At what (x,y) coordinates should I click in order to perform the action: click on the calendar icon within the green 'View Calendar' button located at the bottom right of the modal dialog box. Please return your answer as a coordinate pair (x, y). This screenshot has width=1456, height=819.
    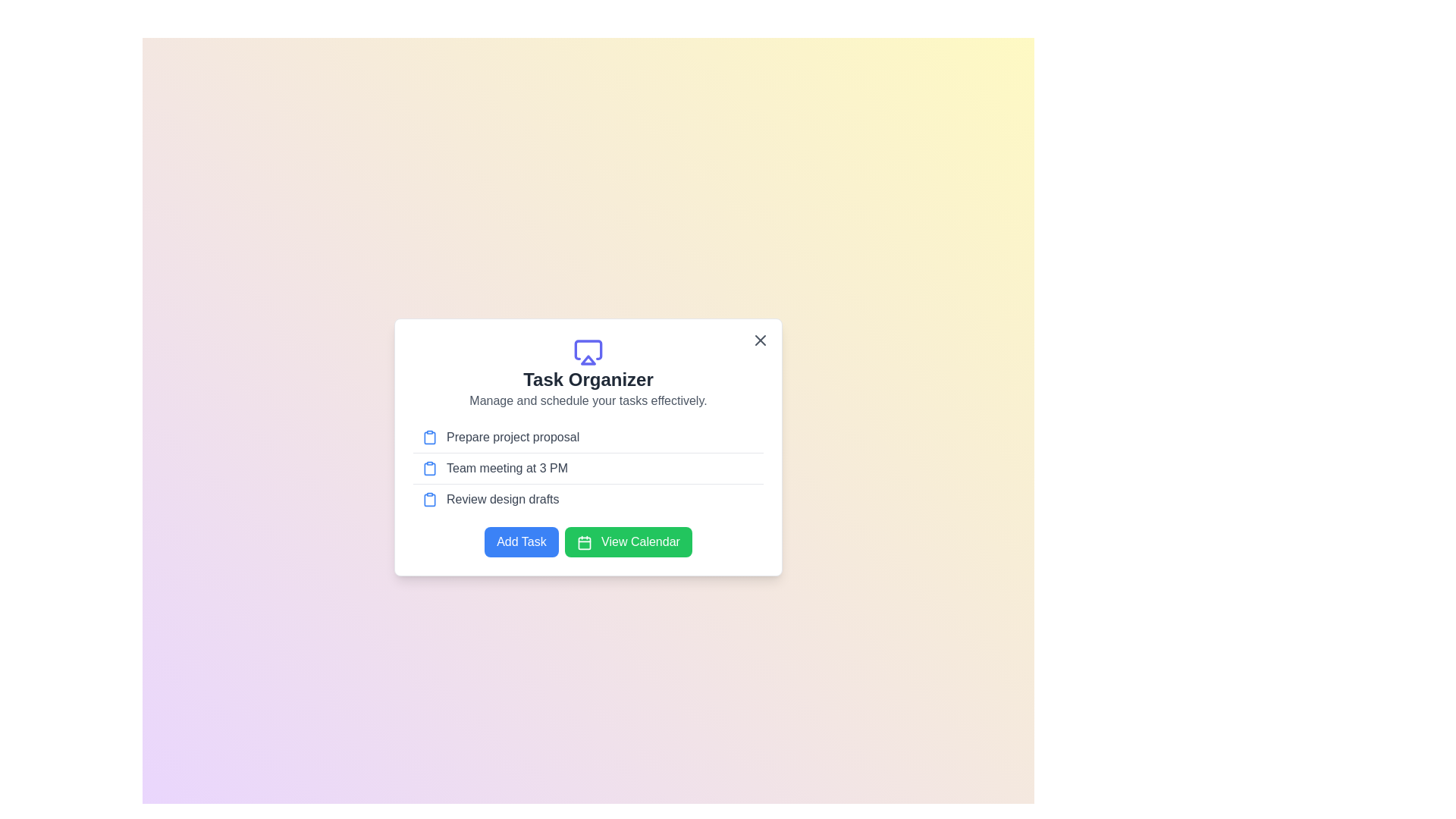
    Looking at the image, I should click on (583, 541).